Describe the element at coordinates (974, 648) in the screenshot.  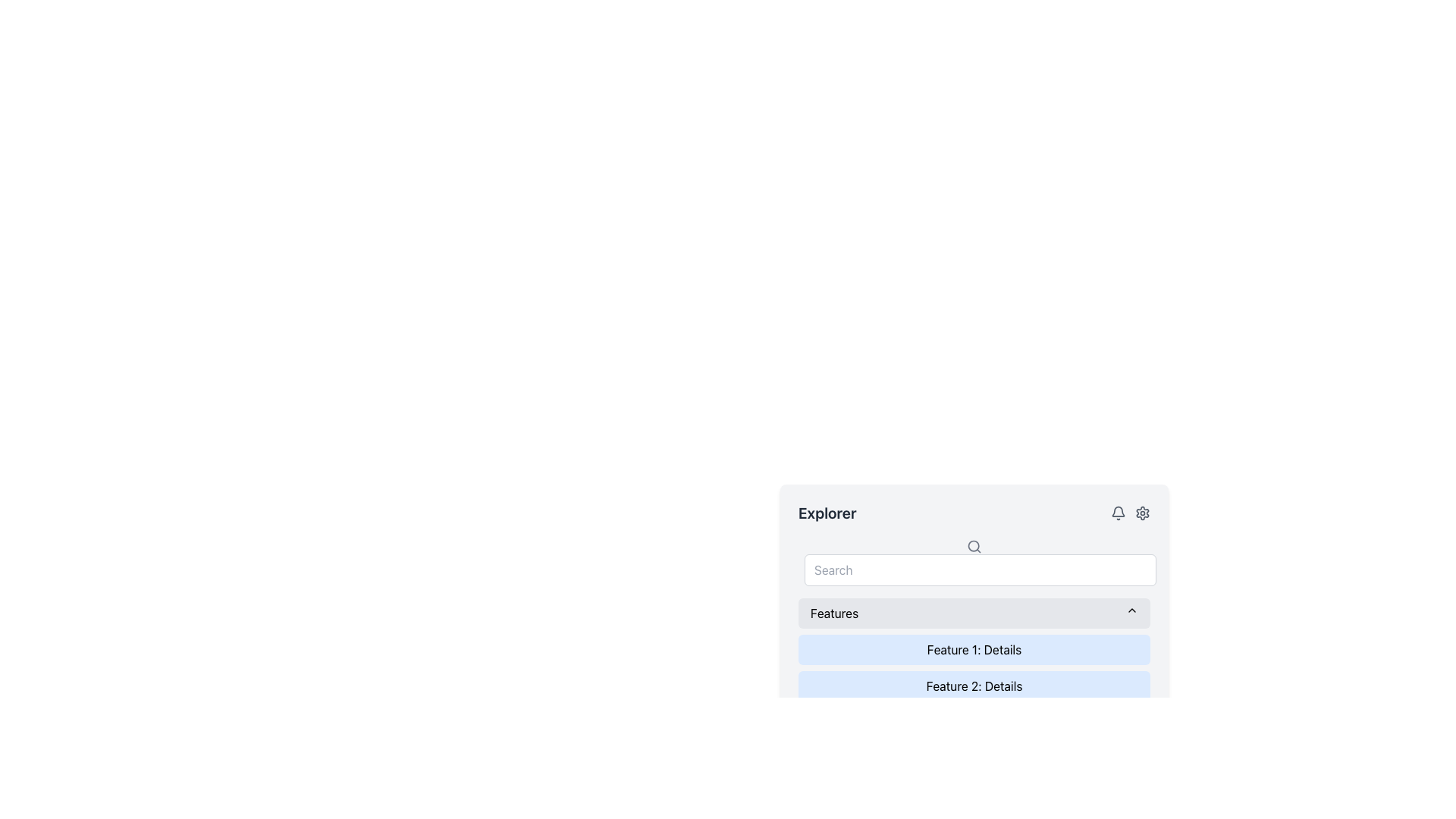
I see `the text label 'Feature 1: Details' with a light blue background` at that location.